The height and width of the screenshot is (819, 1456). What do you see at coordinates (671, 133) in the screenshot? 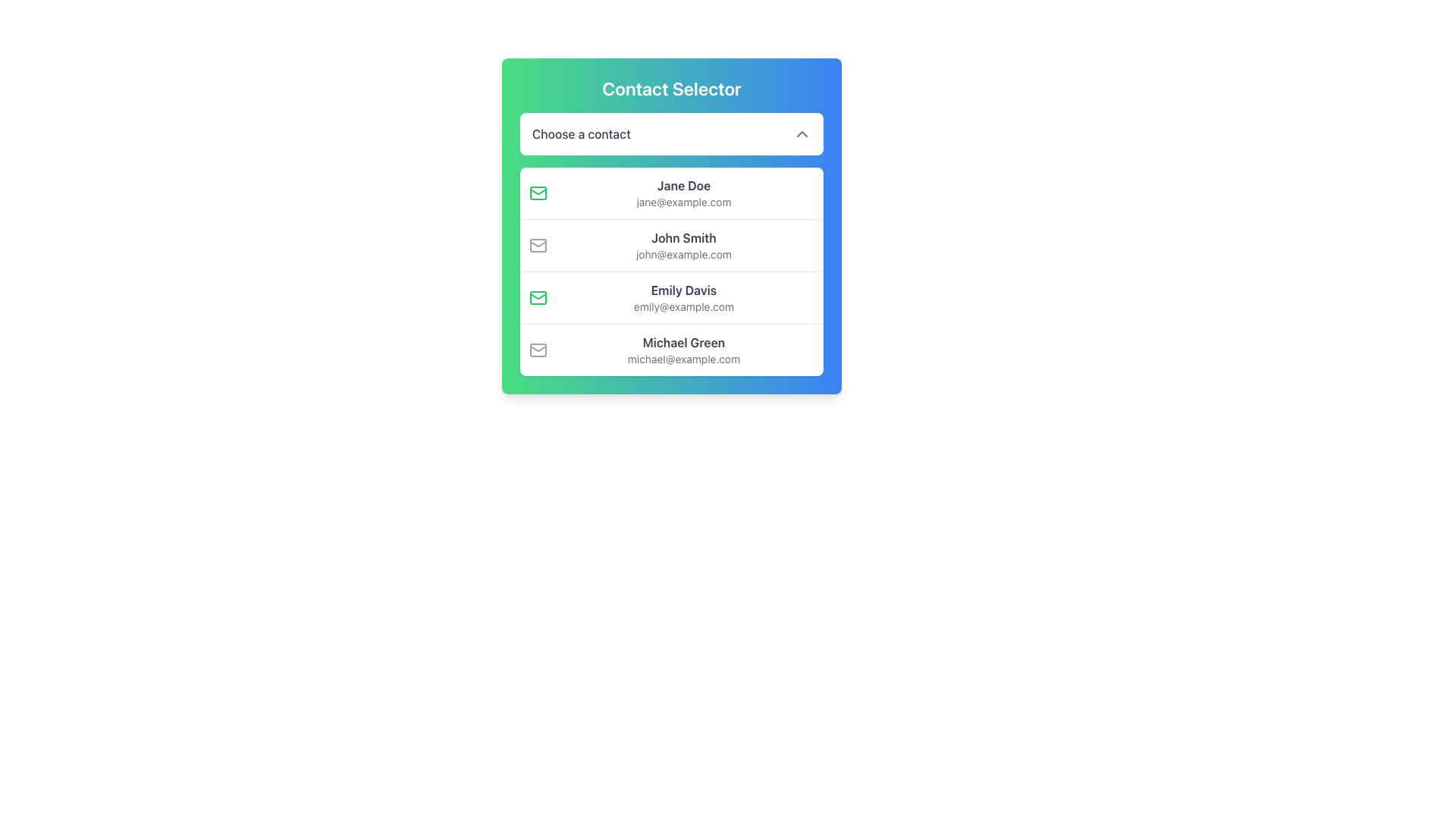
I see `the Dropdown selector labeled 'Choose a contact'` at bounding box center [671, 133].